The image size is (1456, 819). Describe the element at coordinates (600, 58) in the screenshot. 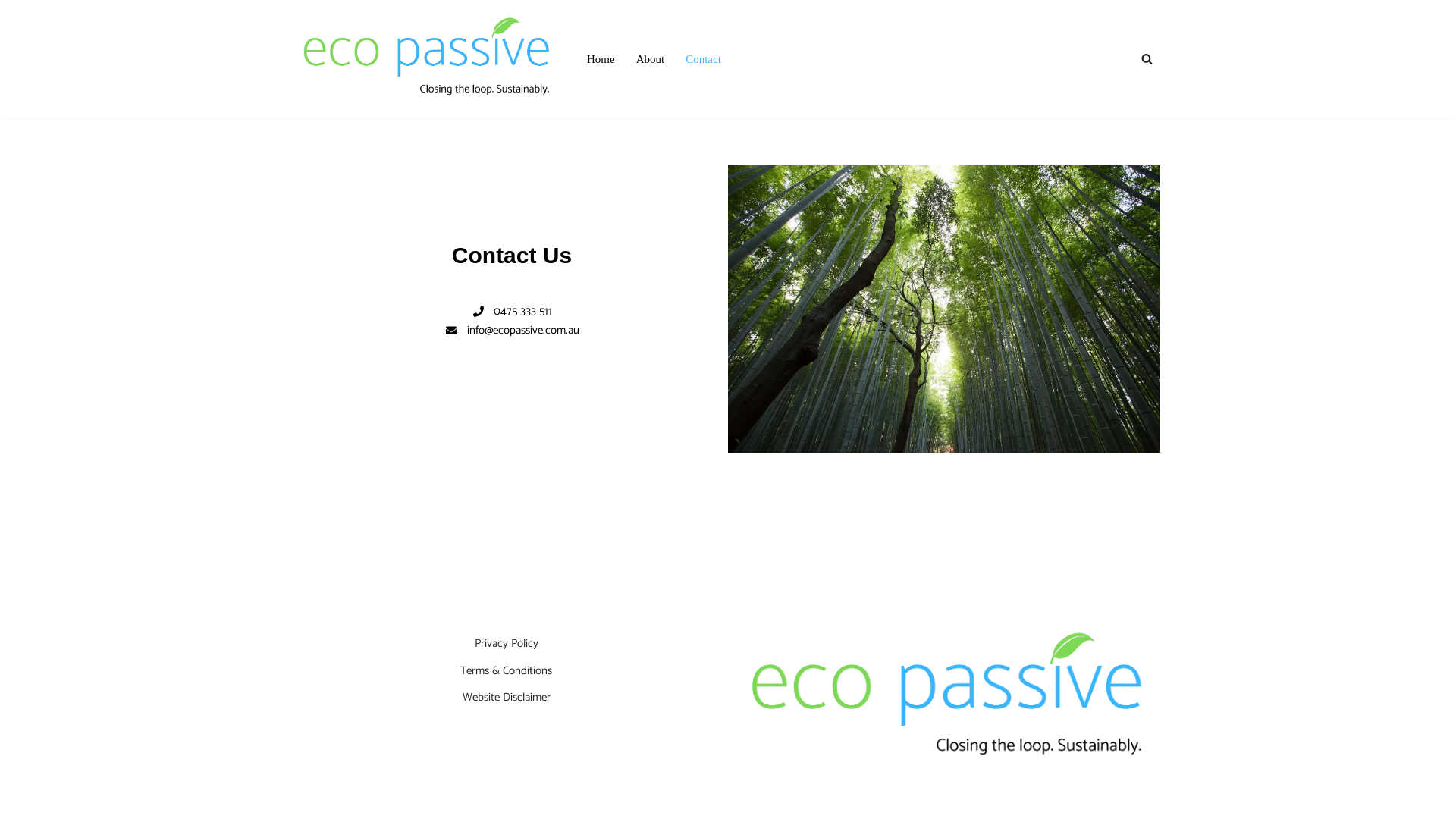

I see `'Home'` at that location.